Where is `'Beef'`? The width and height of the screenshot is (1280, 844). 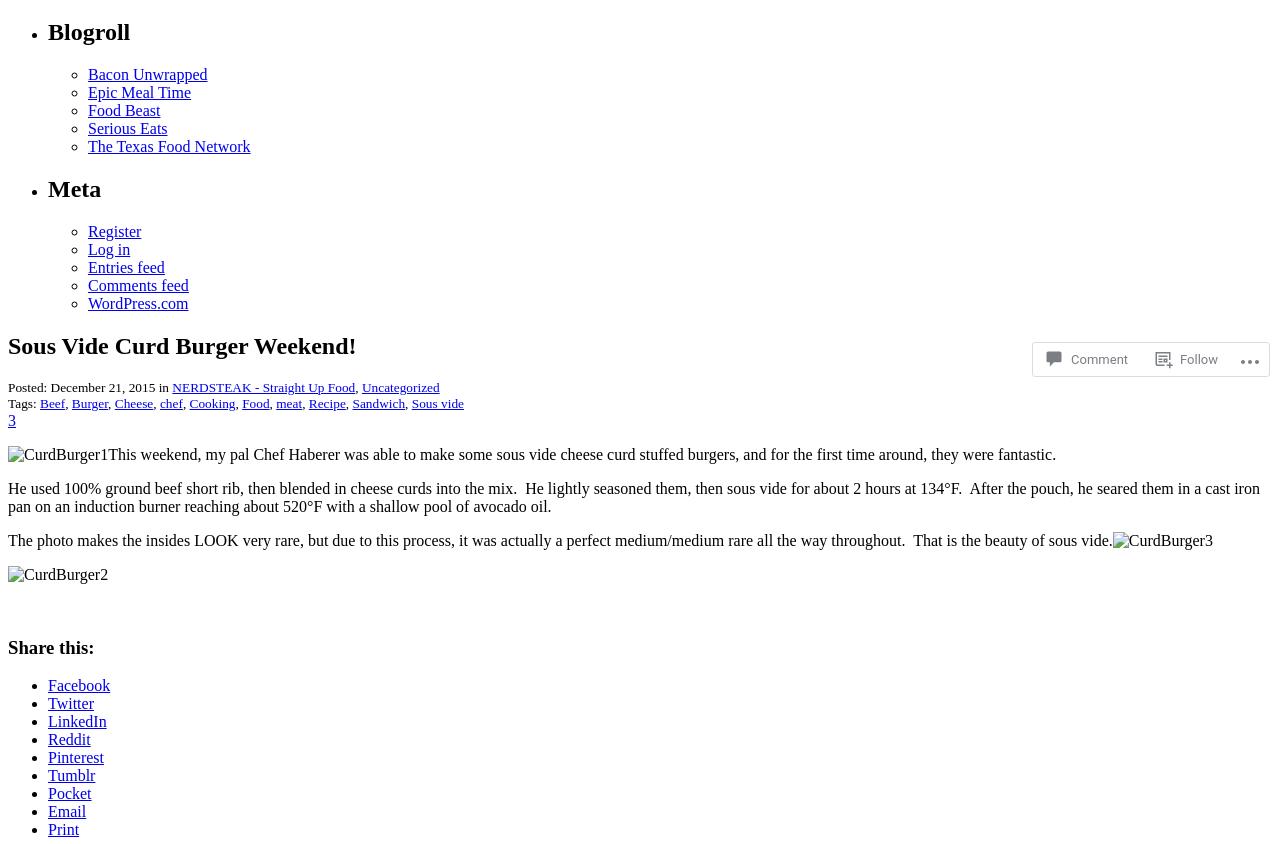 'Beef' is located at coordinates (52, 403).